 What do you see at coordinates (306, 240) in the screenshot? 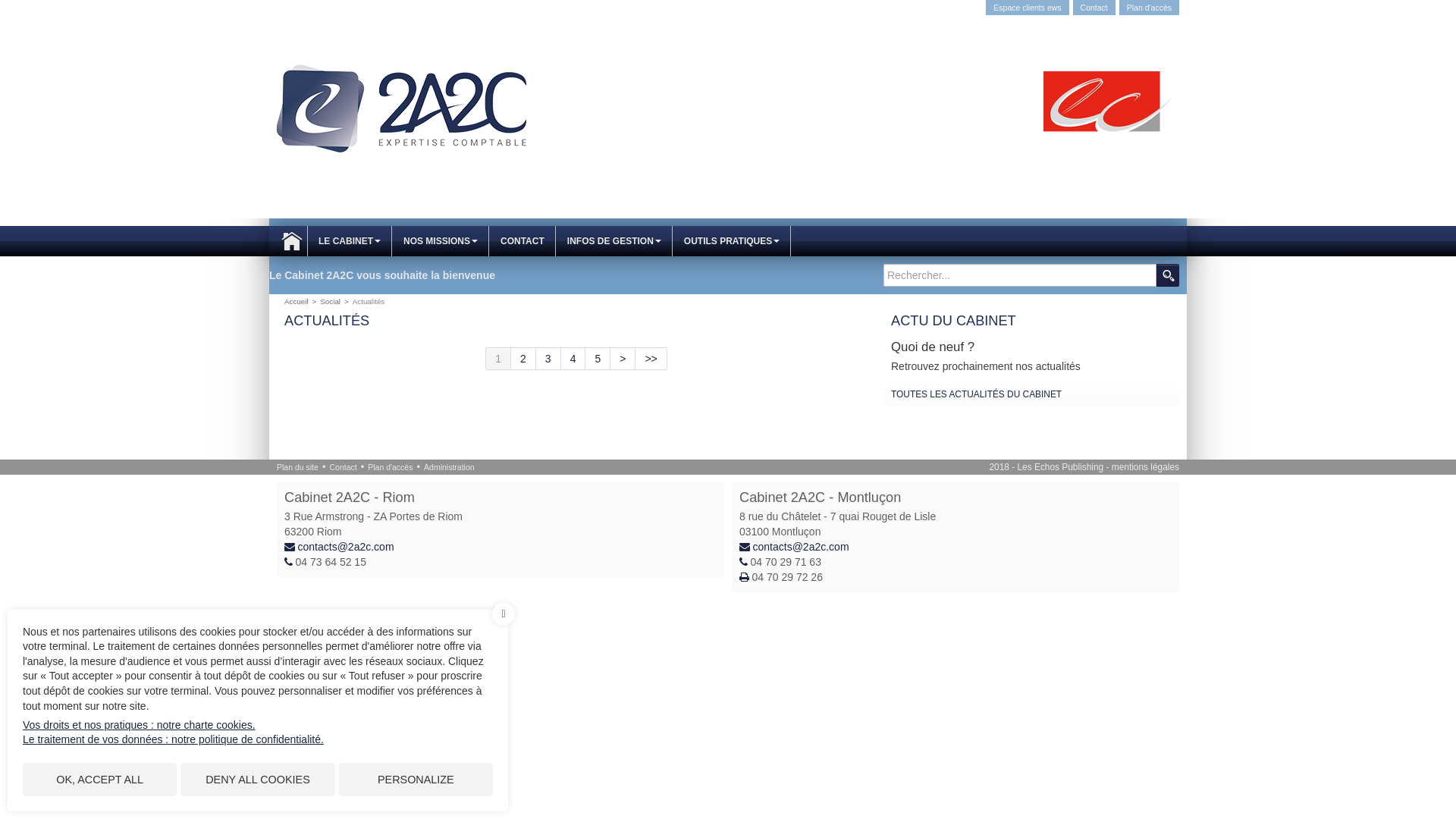
I see `'LE CABINET'` at bounding box center [306, 240].